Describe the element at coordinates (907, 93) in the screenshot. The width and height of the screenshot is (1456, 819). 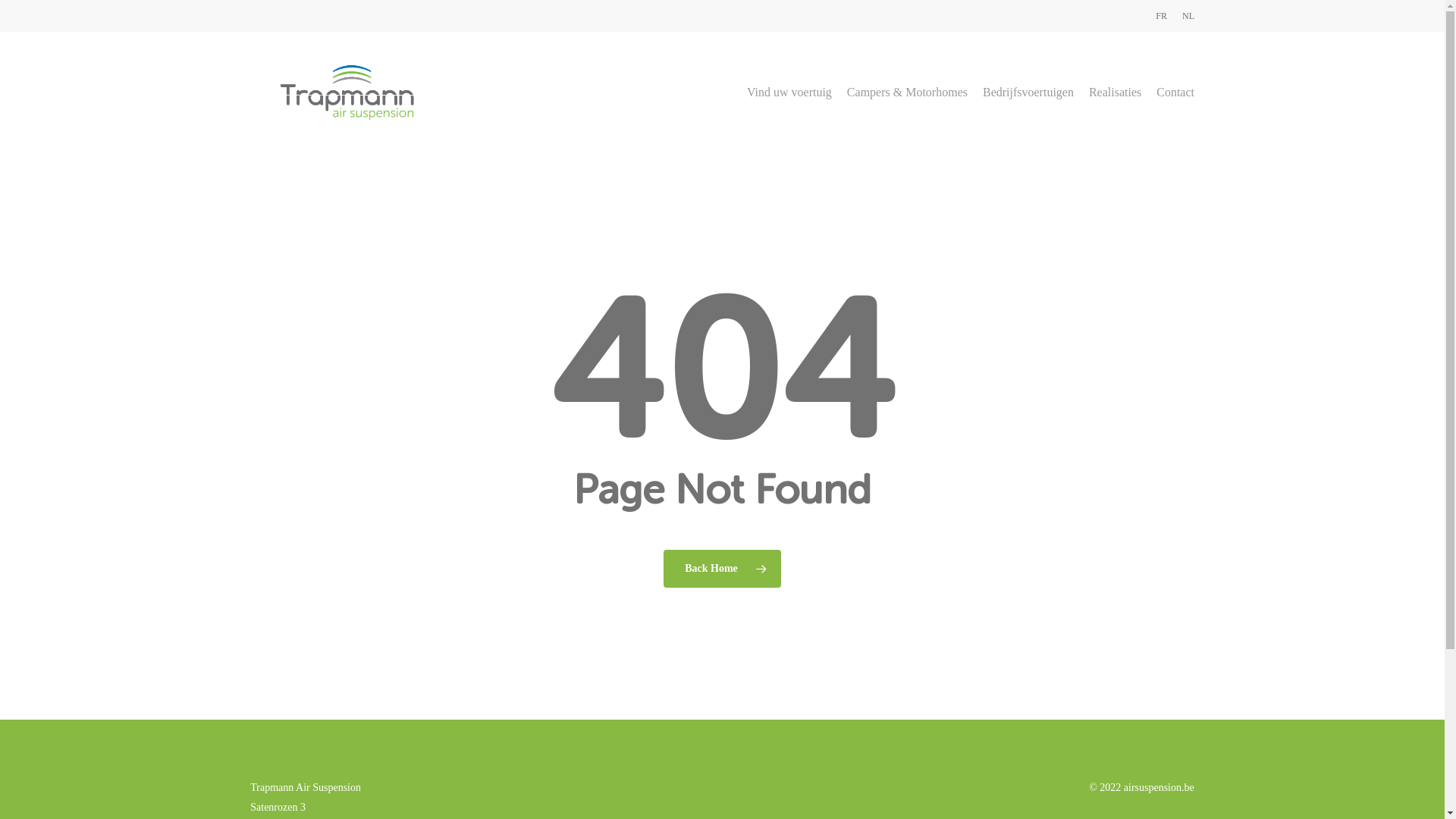
I see `'Campers & Motorhomes'` at that location.